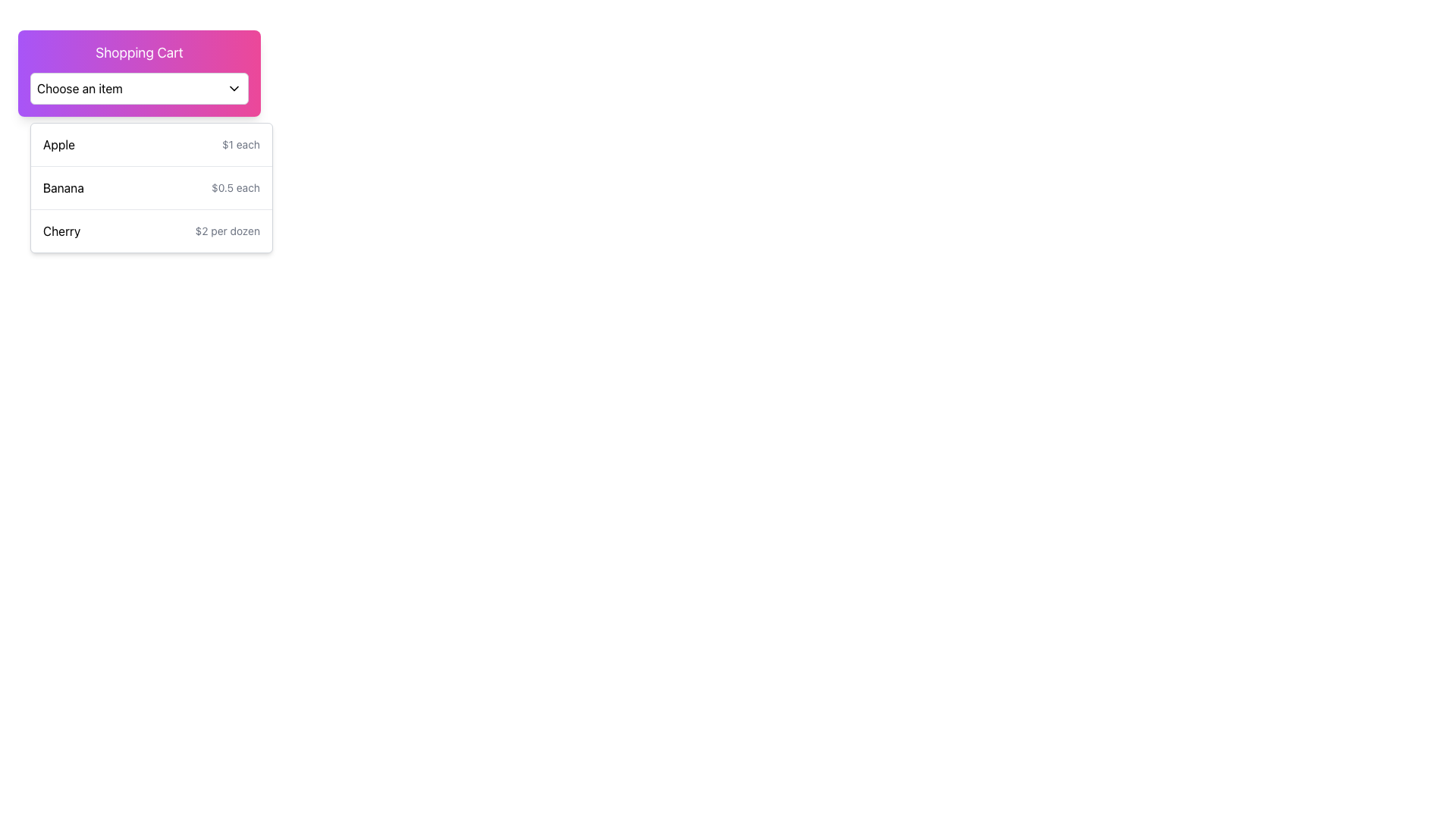 The width and height of the screenshot is (1456, 819). I want to click on the 'Choose an item' dropdown menu under the 'Shopping Cart' header to select an item, so click(139, 73).